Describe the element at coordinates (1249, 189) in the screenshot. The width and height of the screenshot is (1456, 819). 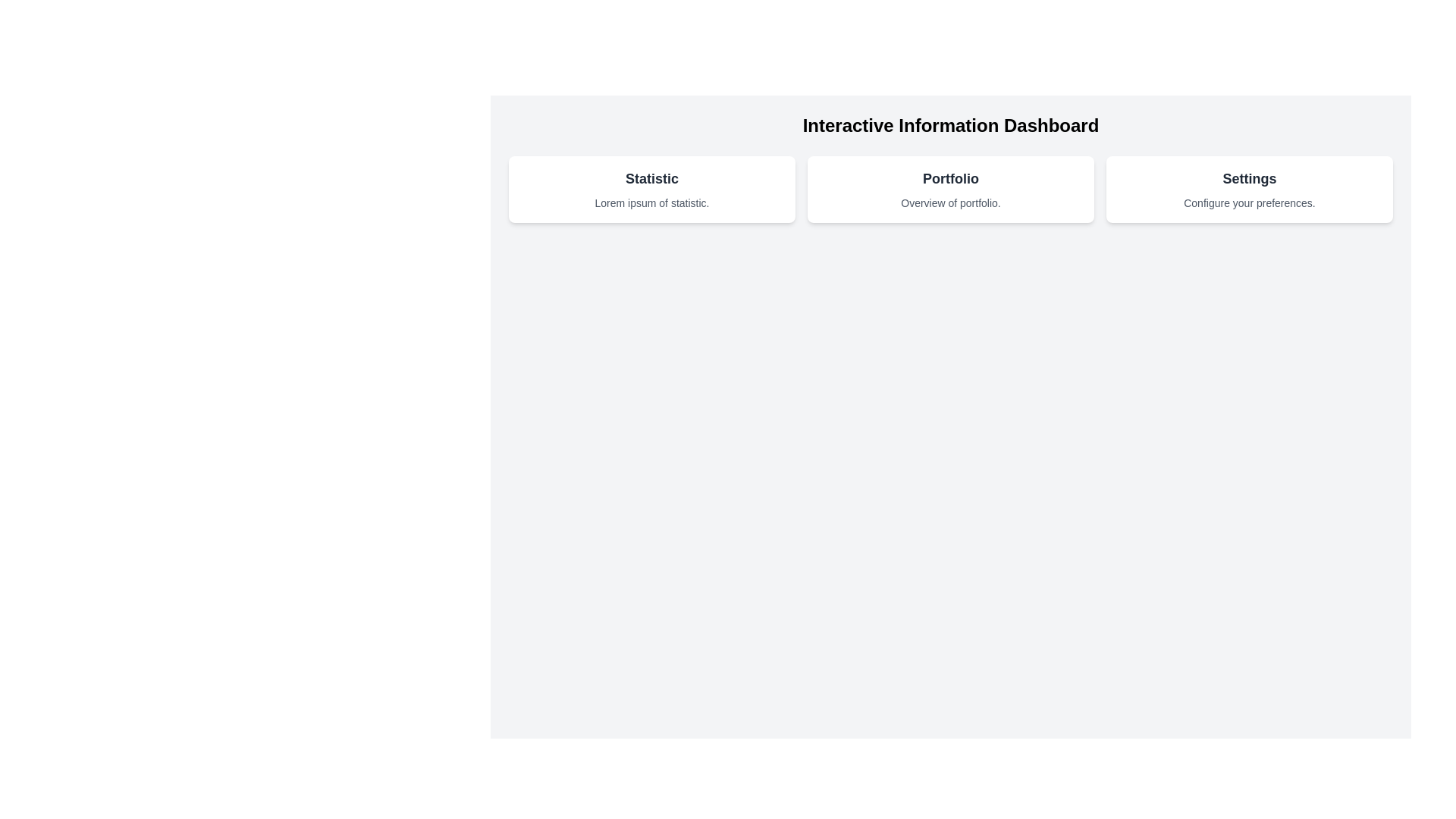
I see `the Settings card to view its details or activate its functionality` at that location.